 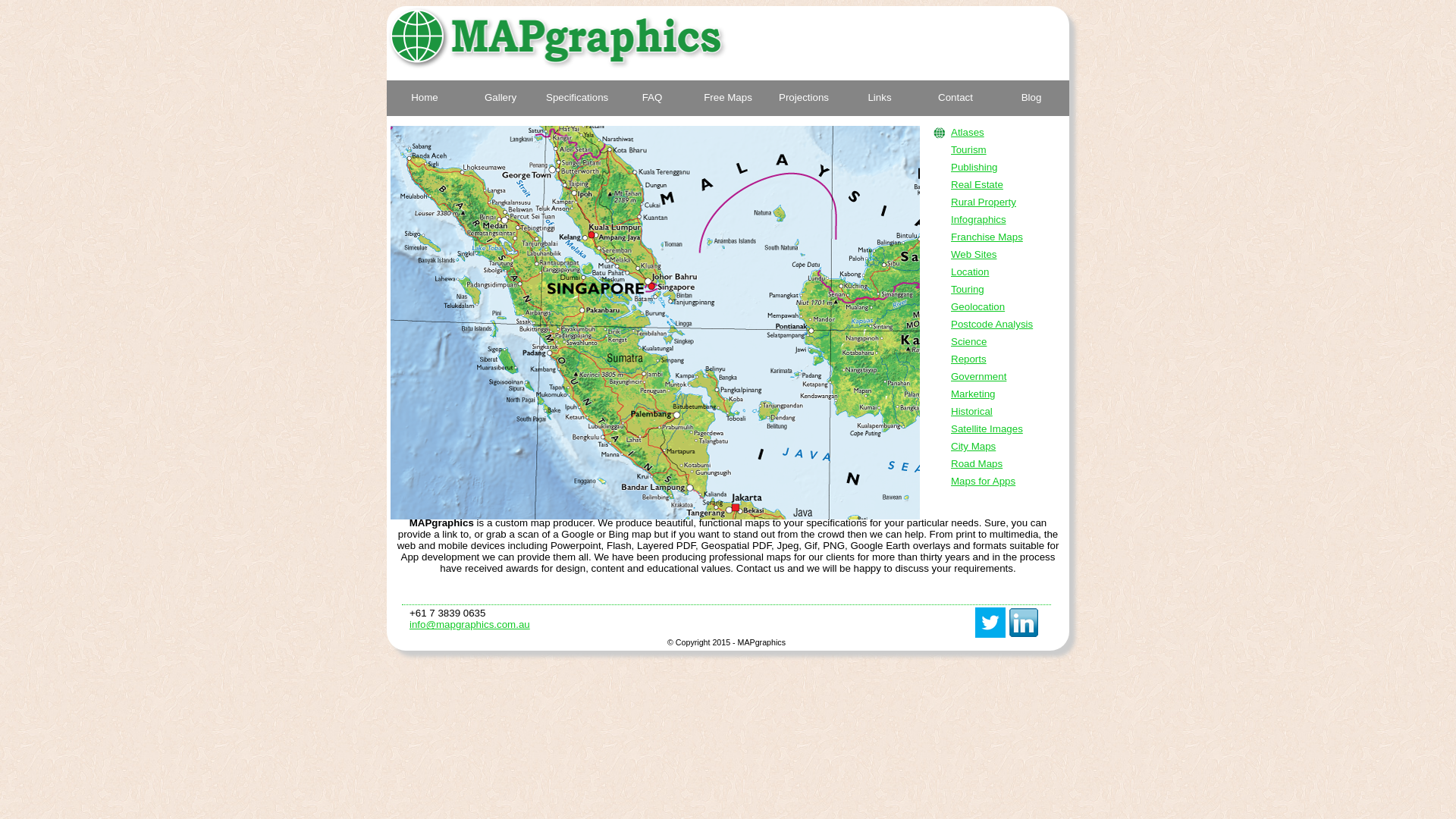 What do you see at coordinates (968, 341) in the screenshot?
I see `'Science'` at bounding box center [968, 341].